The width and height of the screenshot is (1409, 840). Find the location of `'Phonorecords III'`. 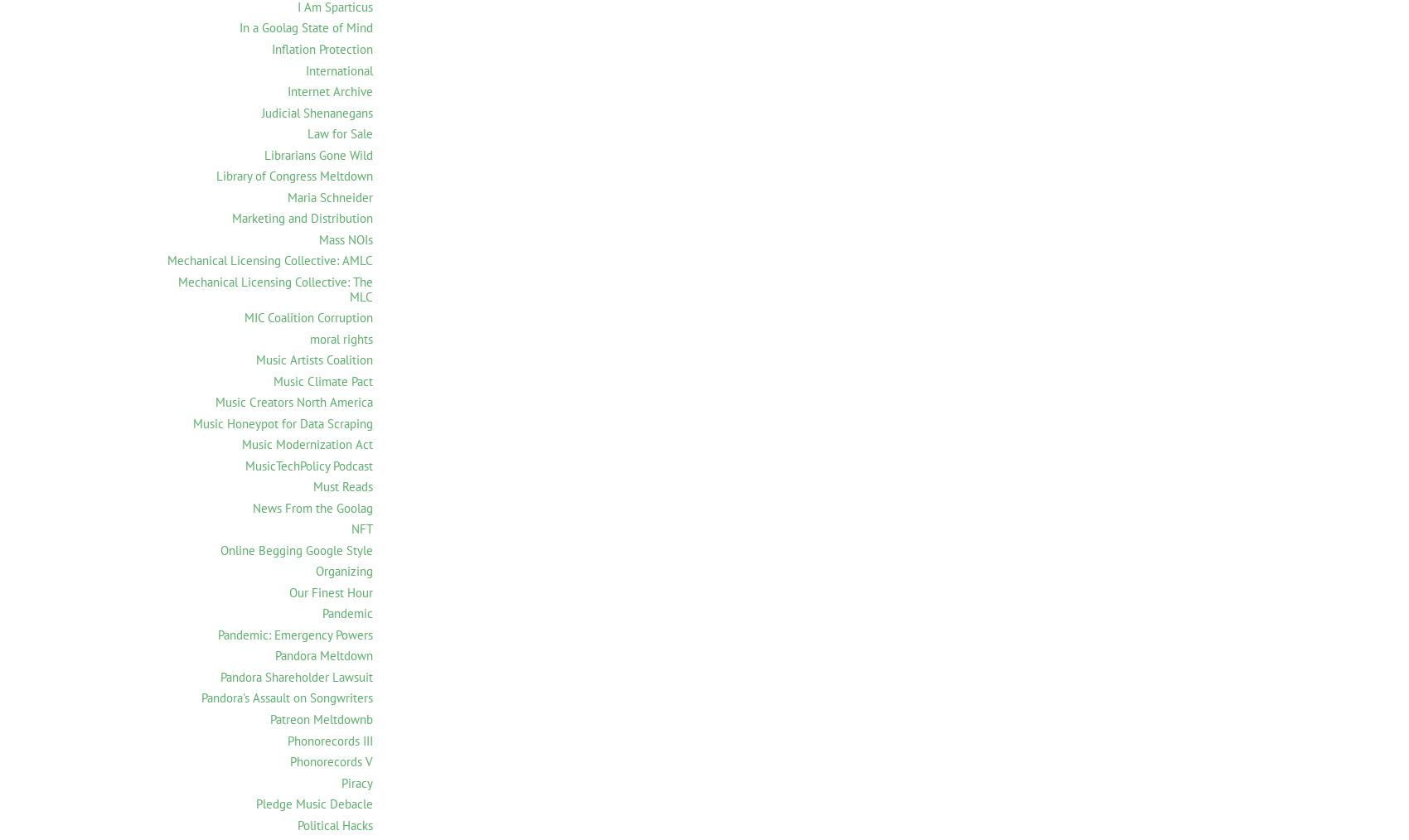

'Phonorecords III' is located at coordinates (329, 739).